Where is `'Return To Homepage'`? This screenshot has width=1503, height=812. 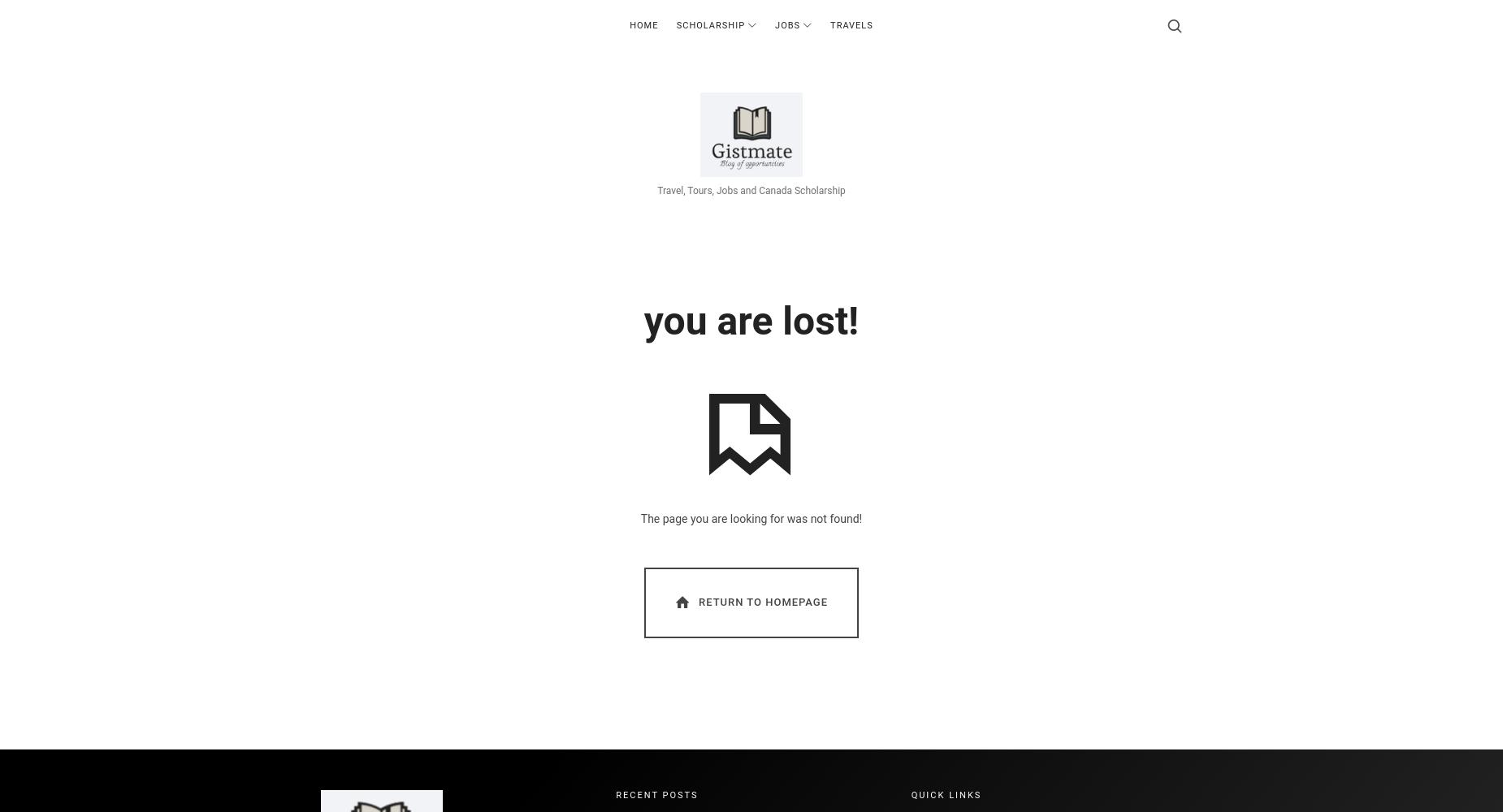 'Return To Homepage' is located at coordinates (699, 600).